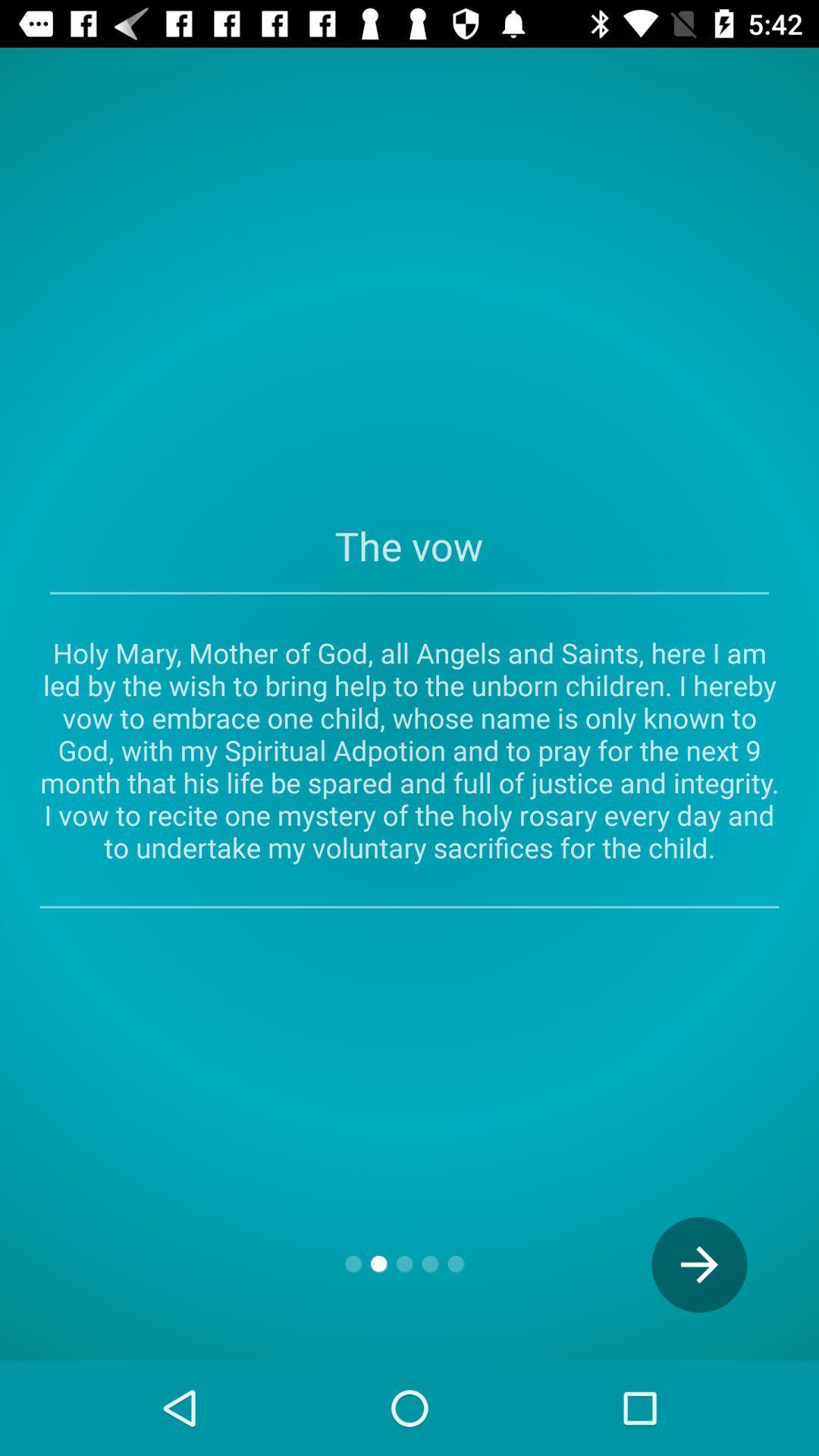  I want to click on the icon at the bottom right corner, so click(699, 1265).